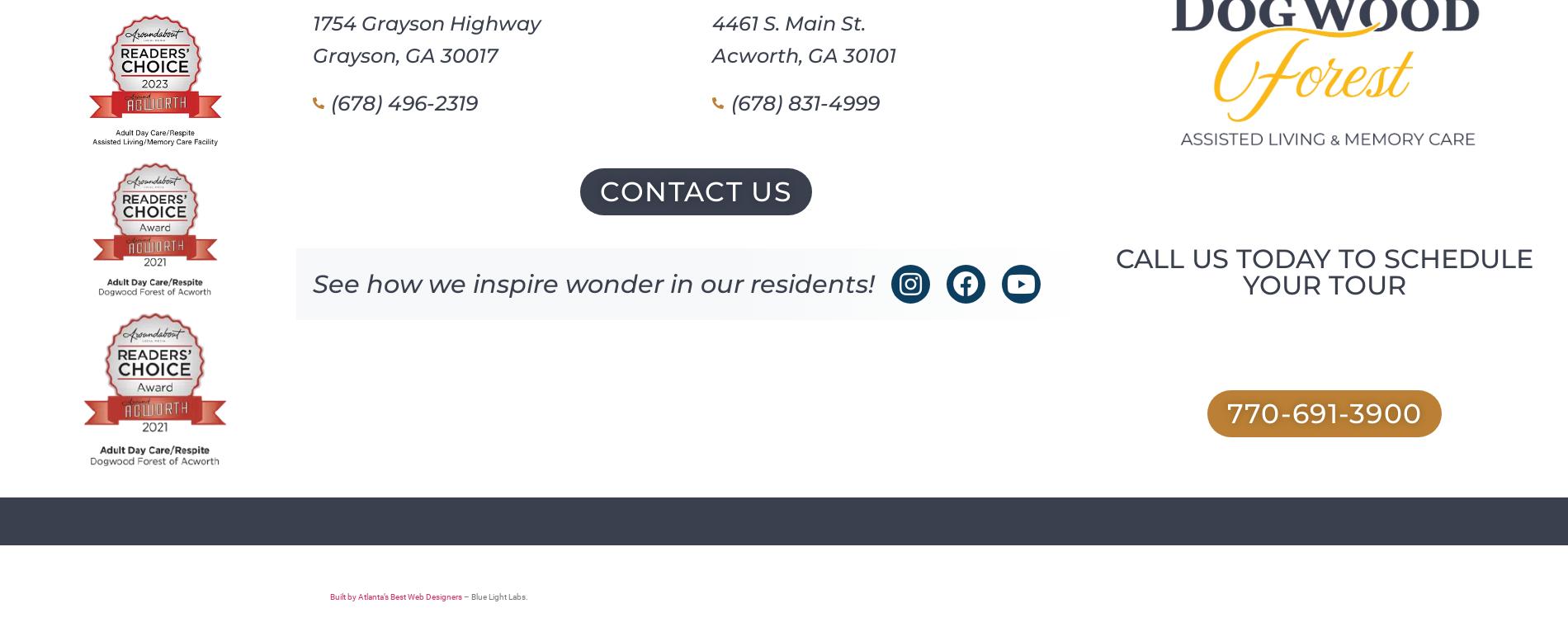 The width and height of the screenshot is (1568, 627). I want to click on '1754 Grayson Highway', so click(426, 21).